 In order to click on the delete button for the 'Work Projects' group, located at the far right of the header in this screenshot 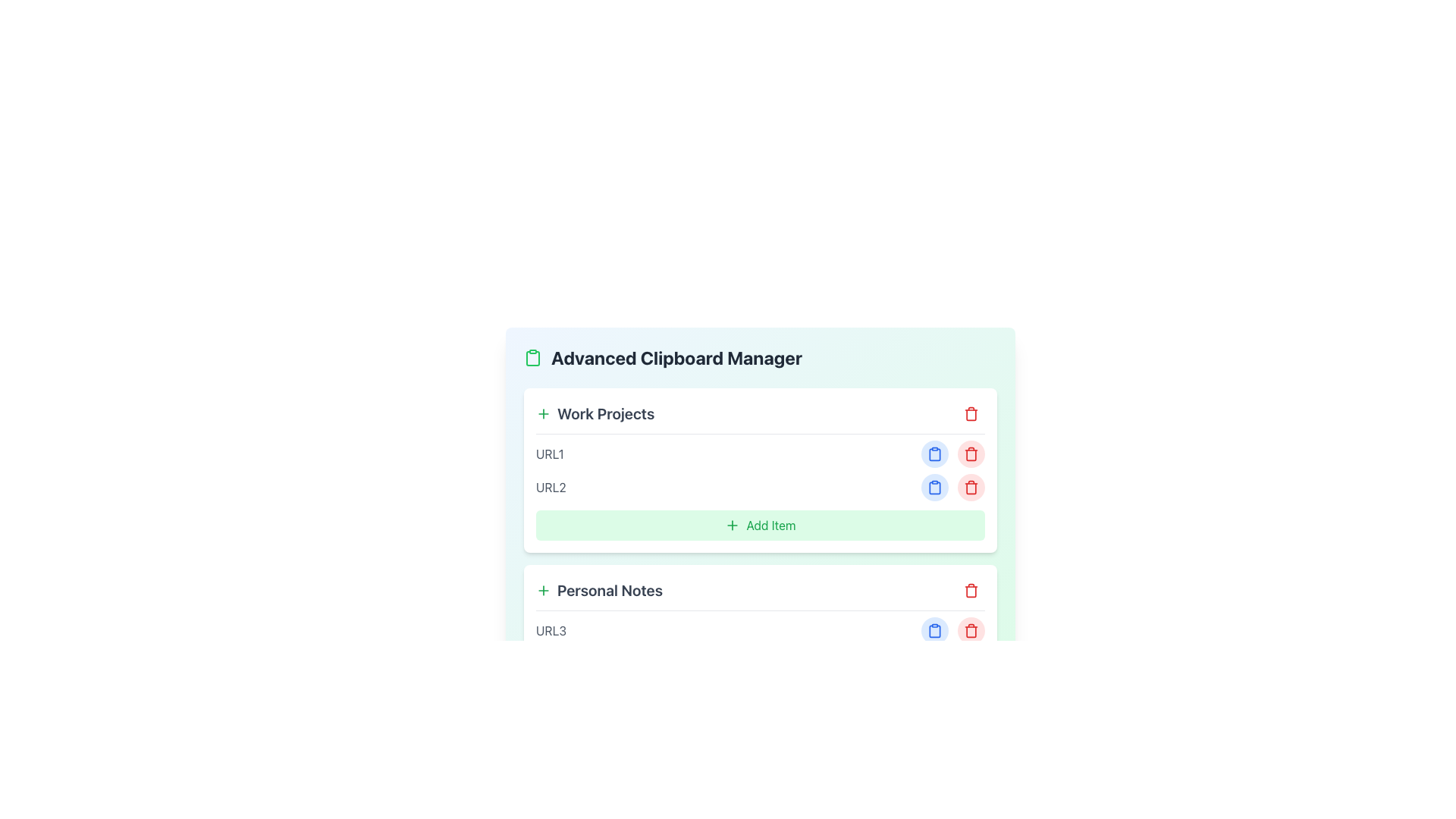, I will do `click(971, 414)`.